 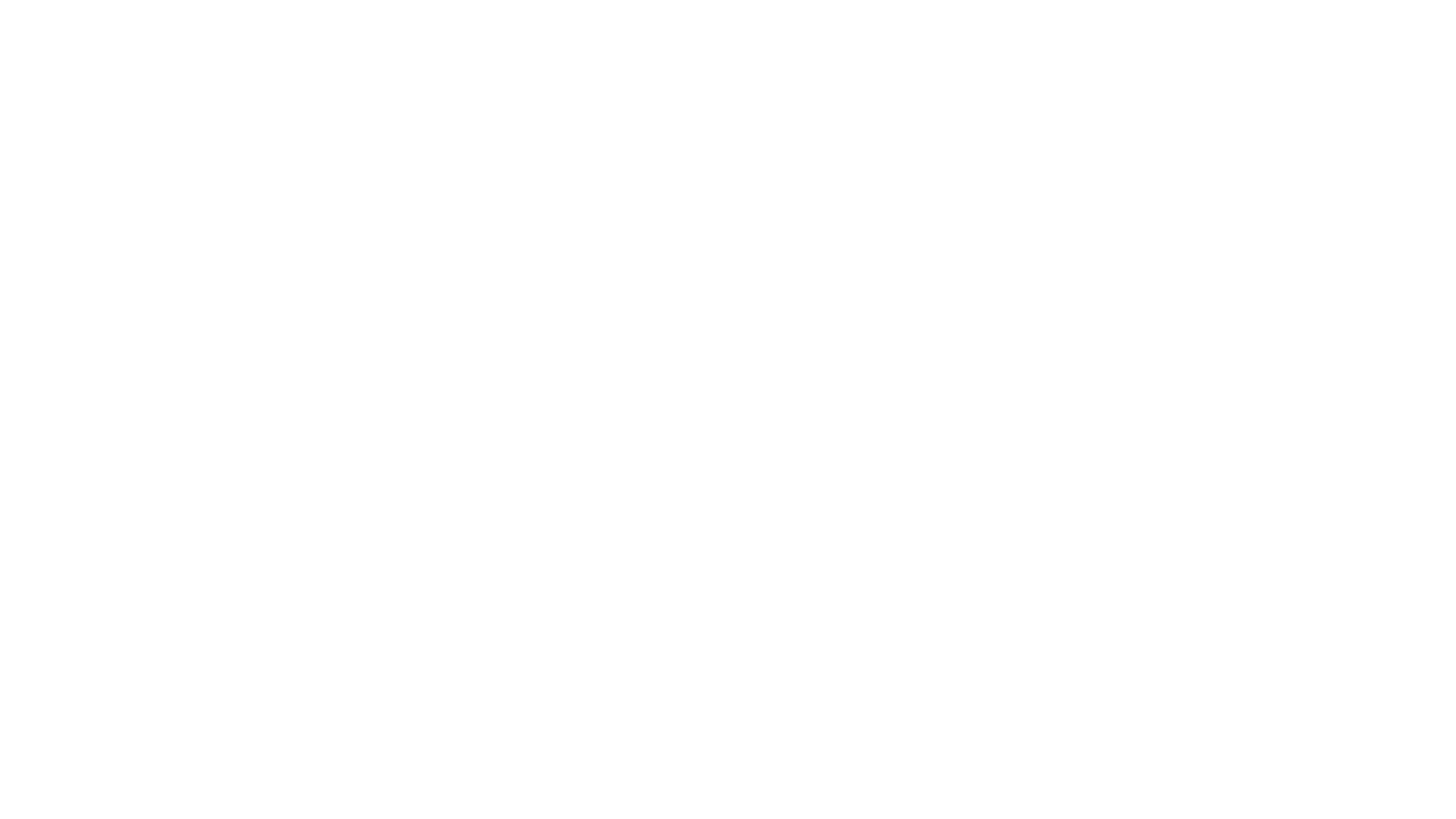 I want to click on Summary, so click(x=550, y=48).